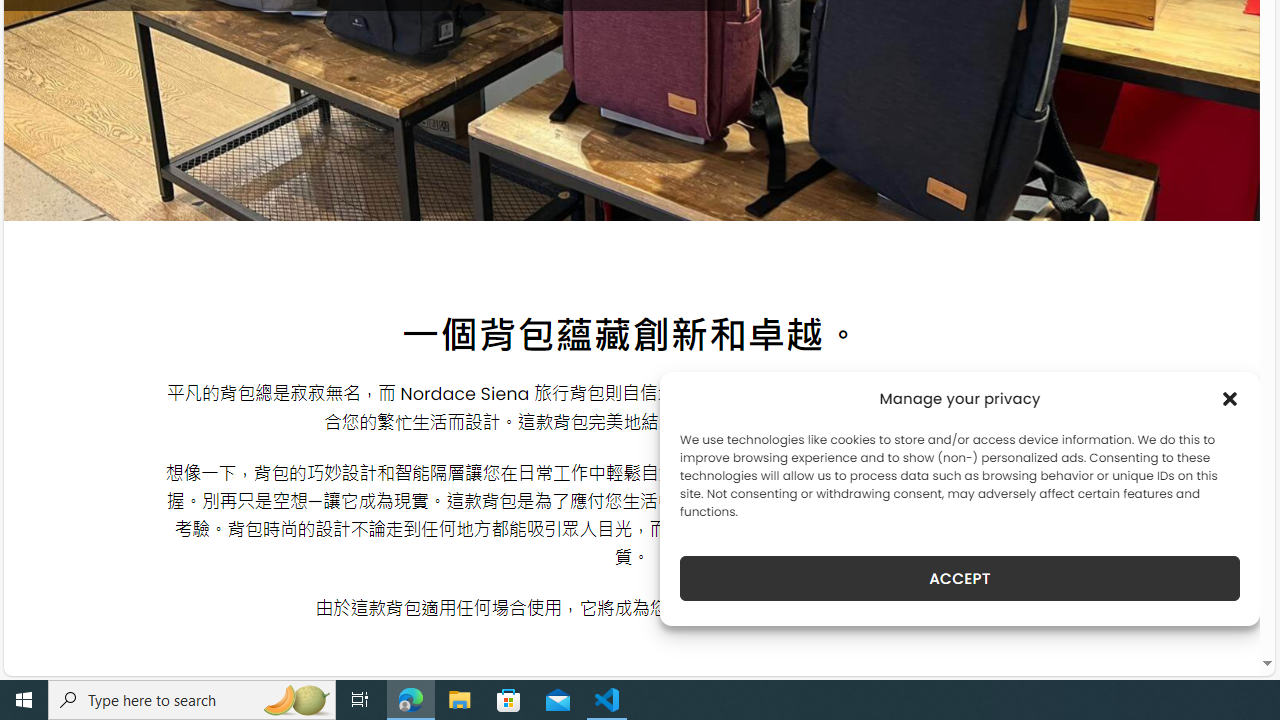  What do you see at coordinates (960, 578) in the screenshot?
I see `'ACCEPT'` at bounding box center [960, 578].